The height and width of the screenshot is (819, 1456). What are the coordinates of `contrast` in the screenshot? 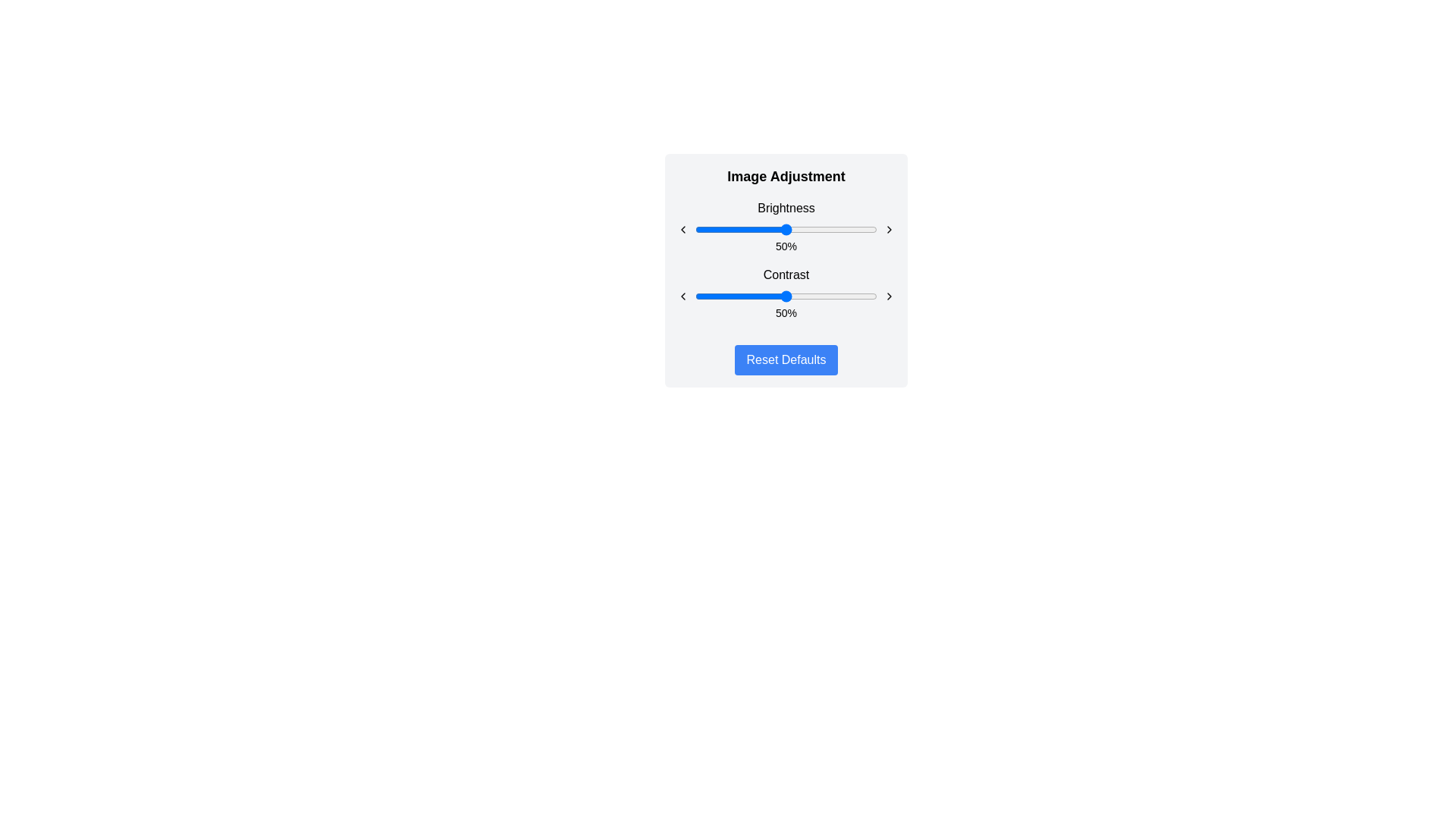 It's located at (767, 296).